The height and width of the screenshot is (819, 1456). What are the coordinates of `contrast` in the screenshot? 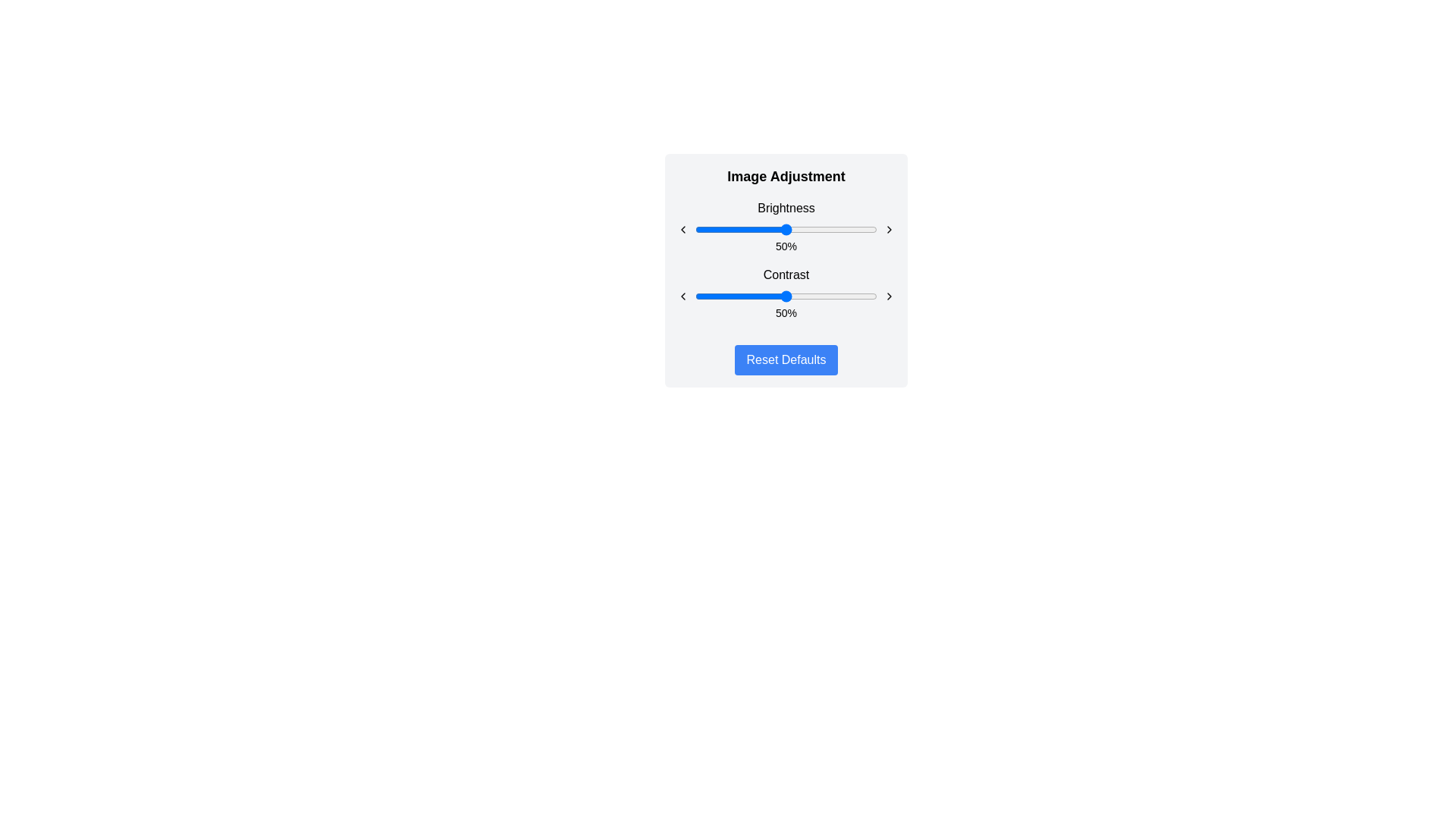 It's located at (767, 296).